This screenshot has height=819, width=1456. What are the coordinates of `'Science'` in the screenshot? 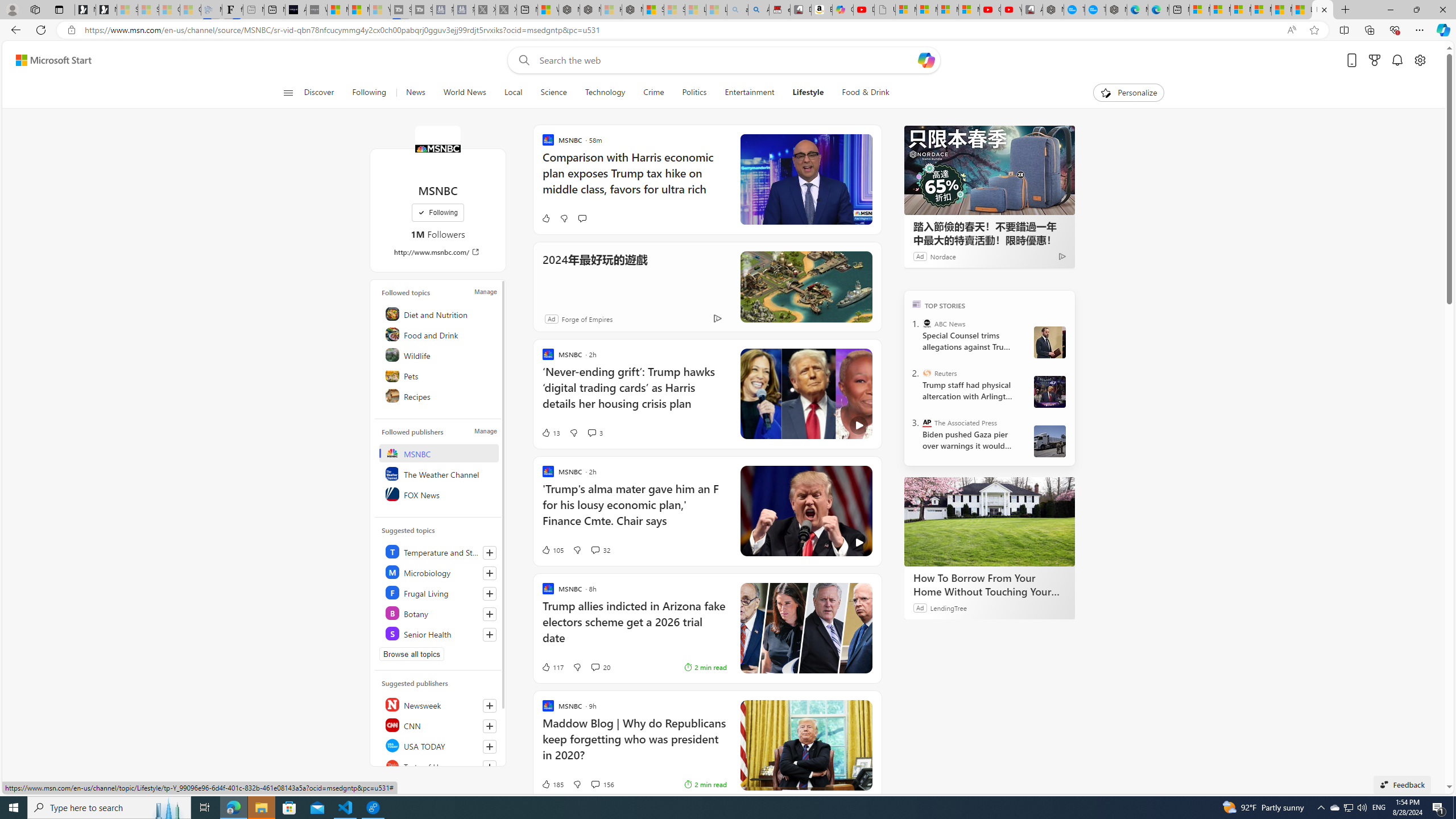 It's located at (552, 92).